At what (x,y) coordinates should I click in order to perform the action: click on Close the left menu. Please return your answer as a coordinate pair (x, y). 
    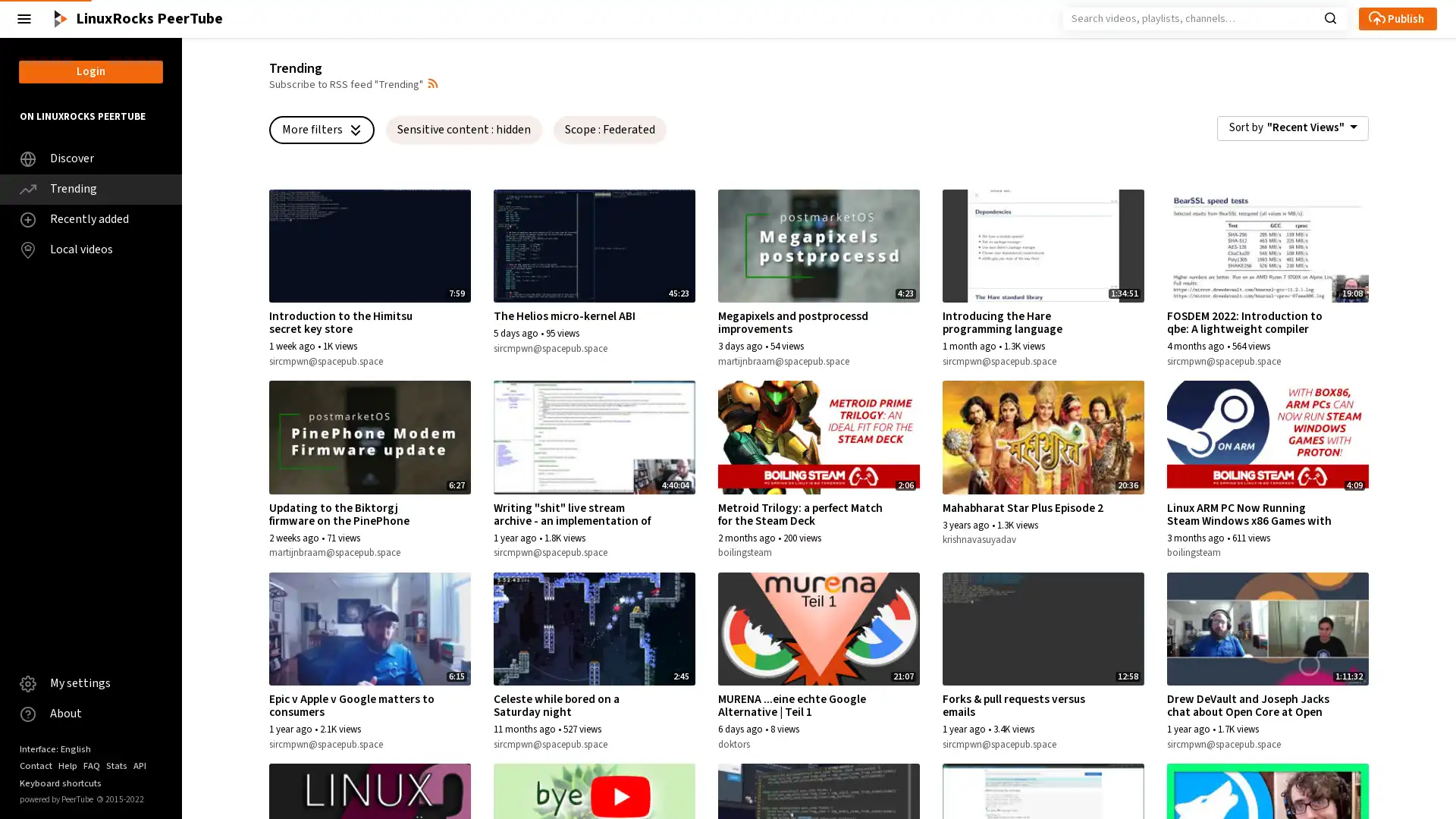
    Looking at the image, I should click on (24, 18).